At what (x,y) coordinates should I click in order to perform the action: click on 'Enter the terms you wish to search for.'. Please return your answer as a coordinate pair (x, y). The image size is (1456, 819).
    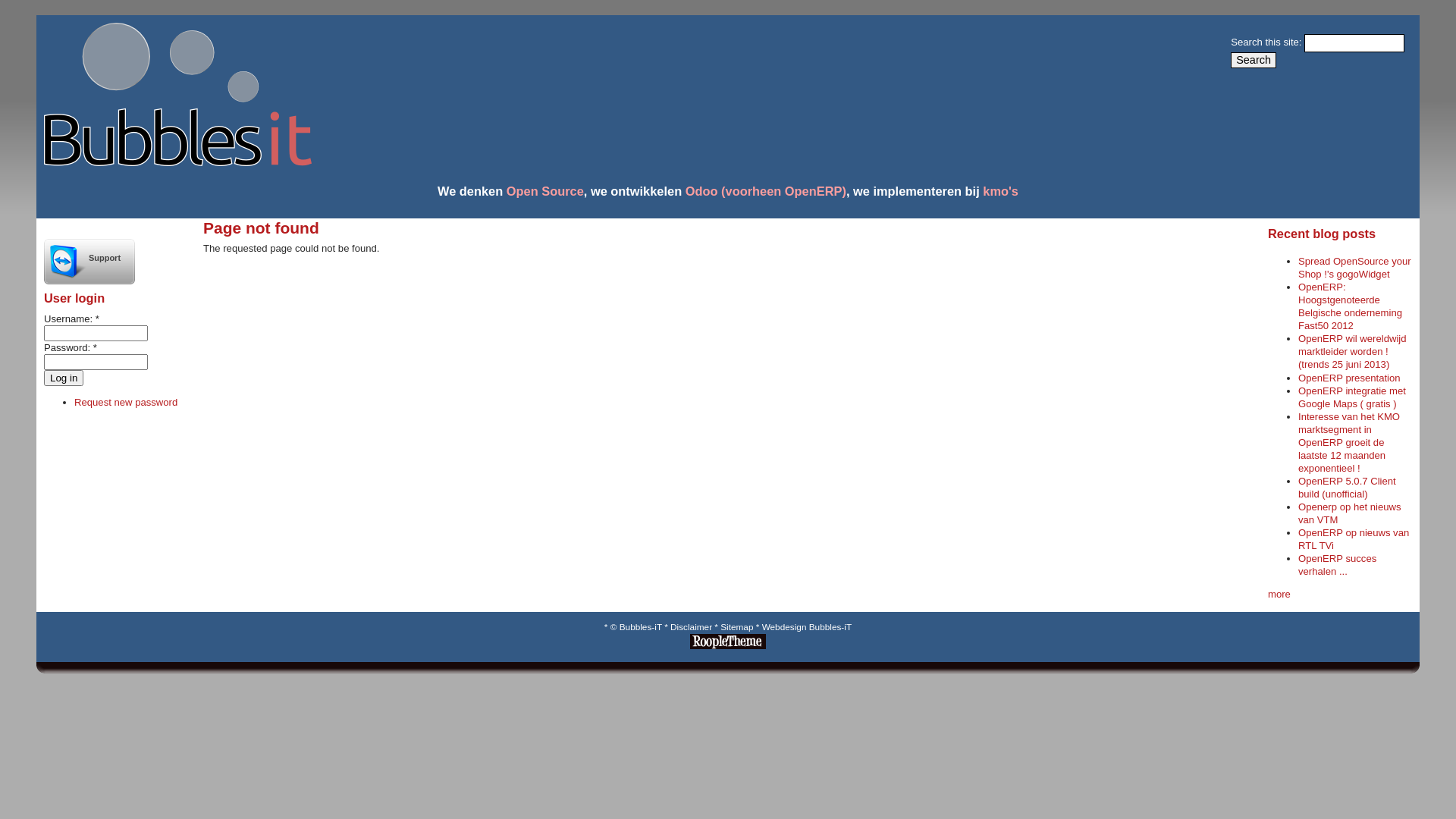
    Looking at the image, I should click on (1354, 42).